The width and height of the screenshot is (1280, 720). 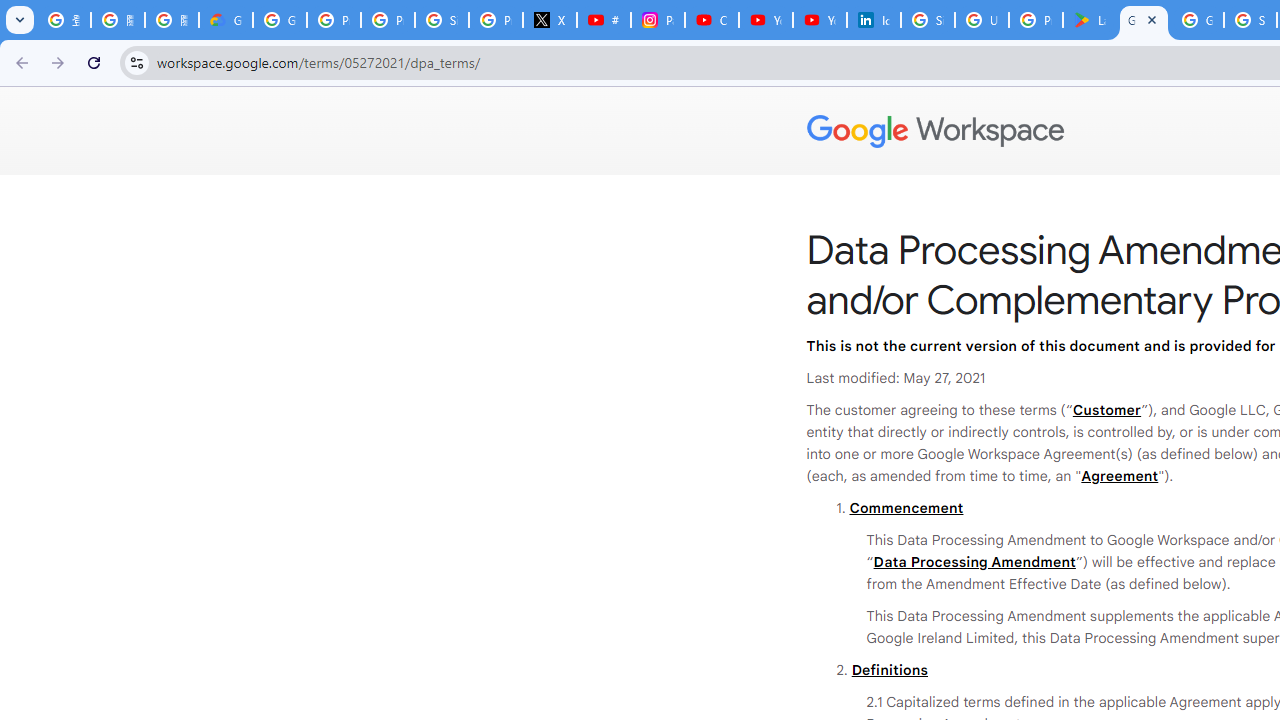 I want to click on 'Last Shelter: Survival - Apps on Google Play', so click(x=1088, y=20).